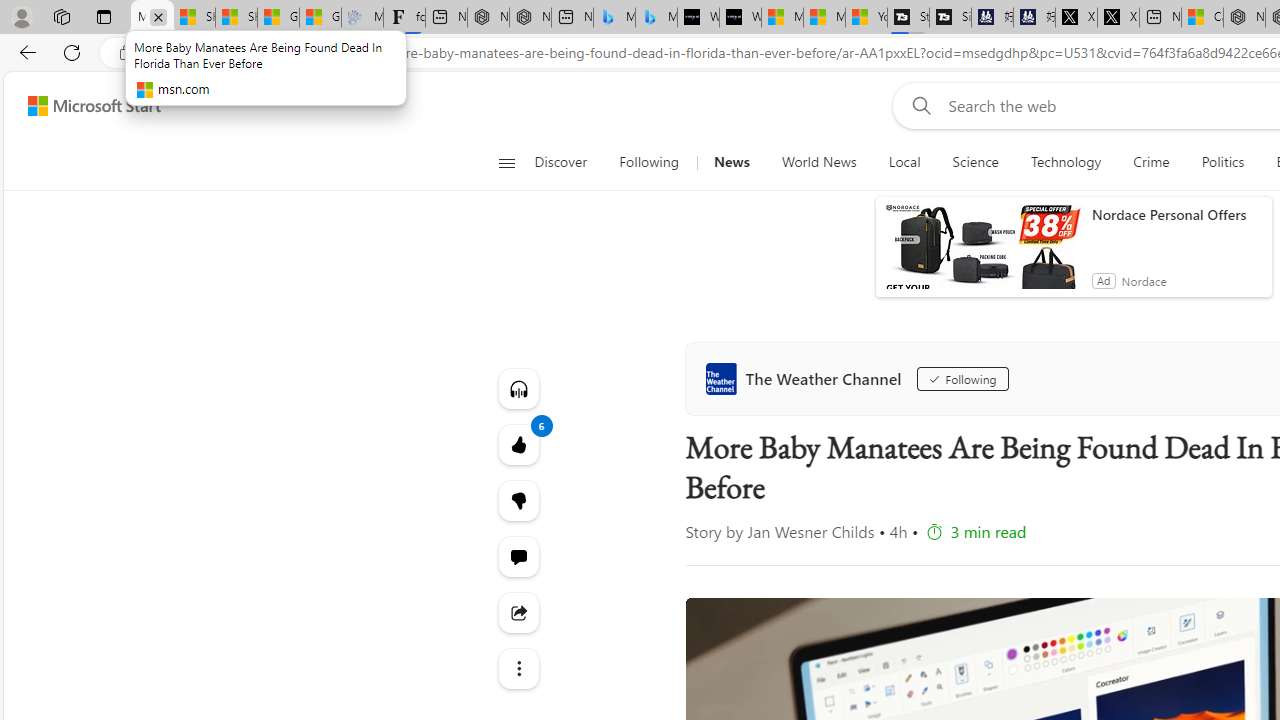  What do you see at coordinates (916, 105) in the screenshot?
I see `'Web search'` at bounding box center [916, 105].